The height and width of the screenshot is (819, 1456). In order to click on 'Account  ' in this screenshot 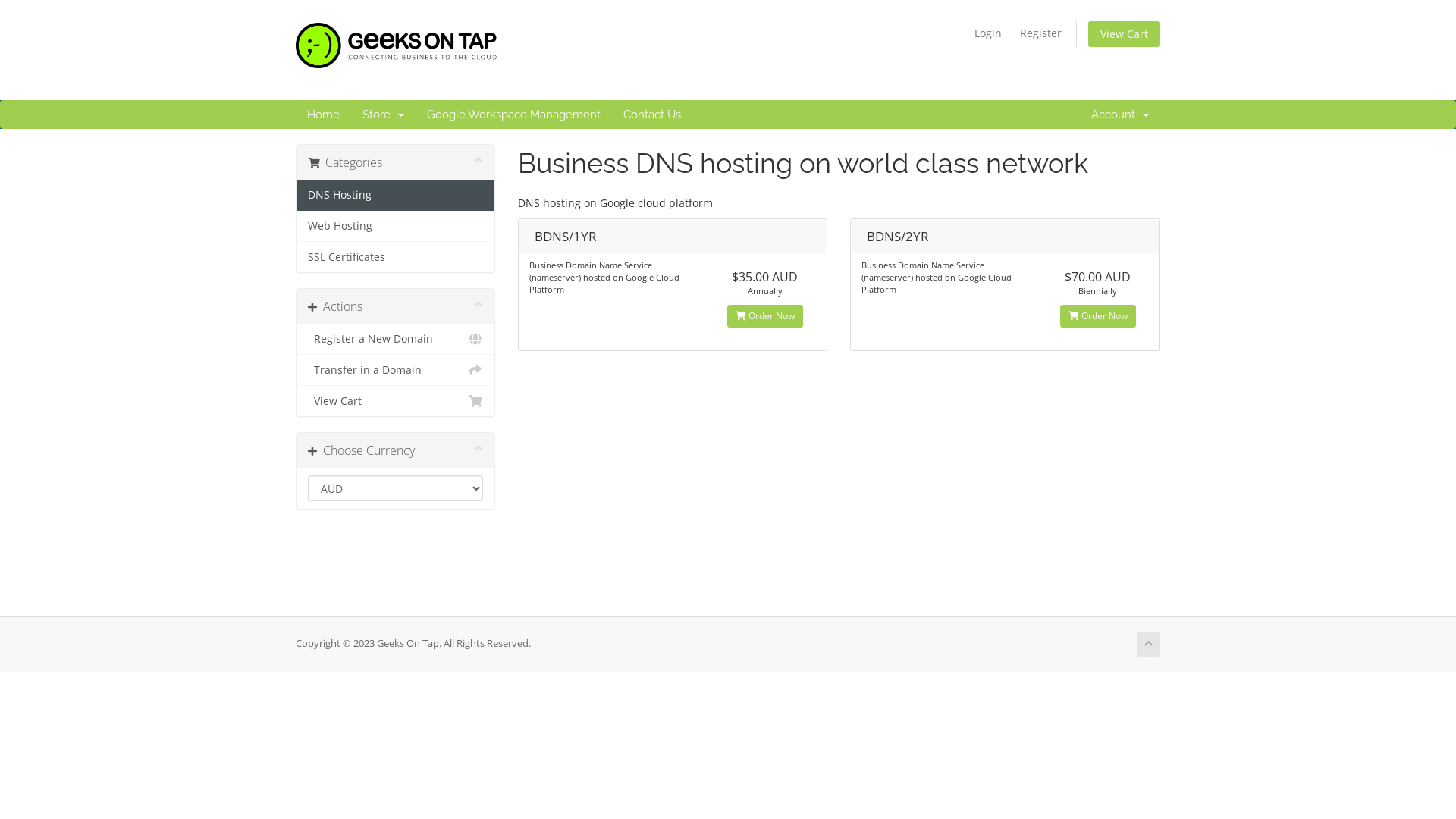, I will do `click(1120, 113)`.